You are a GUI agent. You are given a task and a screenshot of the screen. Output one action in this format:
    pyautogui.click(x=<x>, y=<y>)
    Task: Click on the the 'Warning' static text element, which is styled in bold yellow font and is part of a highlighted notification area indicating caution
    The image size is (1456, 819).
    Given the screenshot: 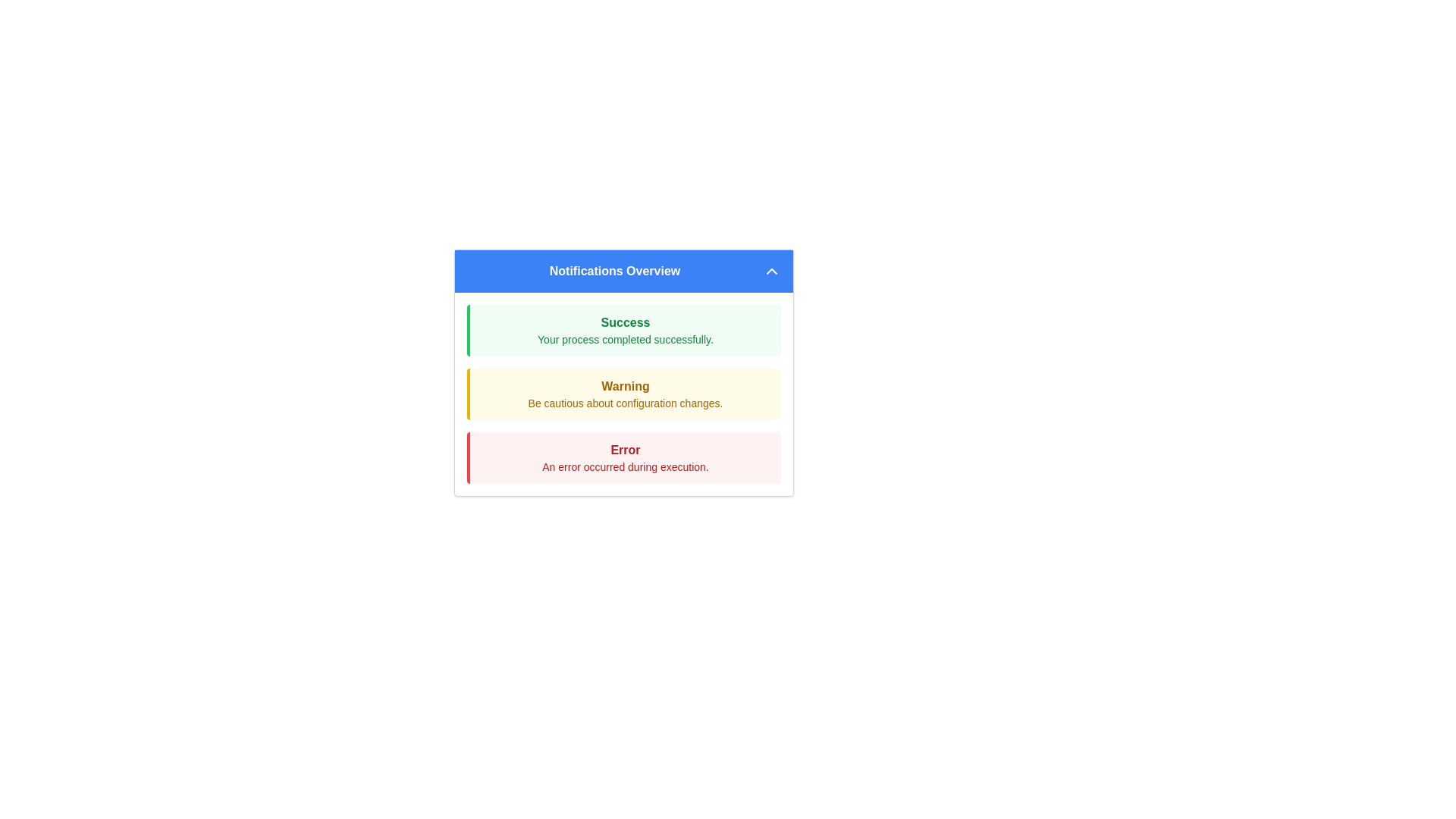 What is the action you would take?
    pyautogui.click(x=626, y=385)
    